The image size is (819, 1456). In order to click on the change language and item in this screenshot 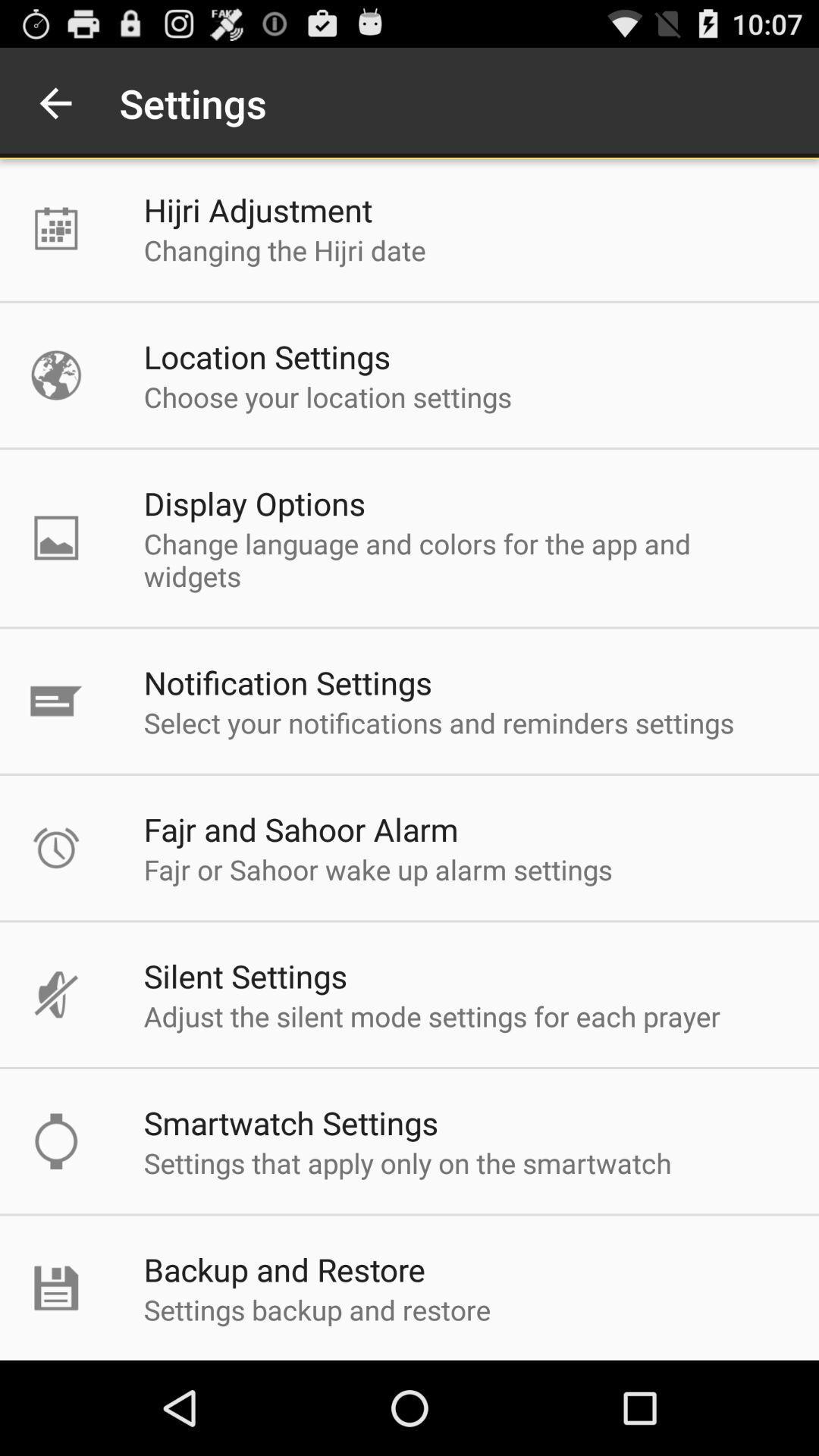, I will do `click(464, 559)`.